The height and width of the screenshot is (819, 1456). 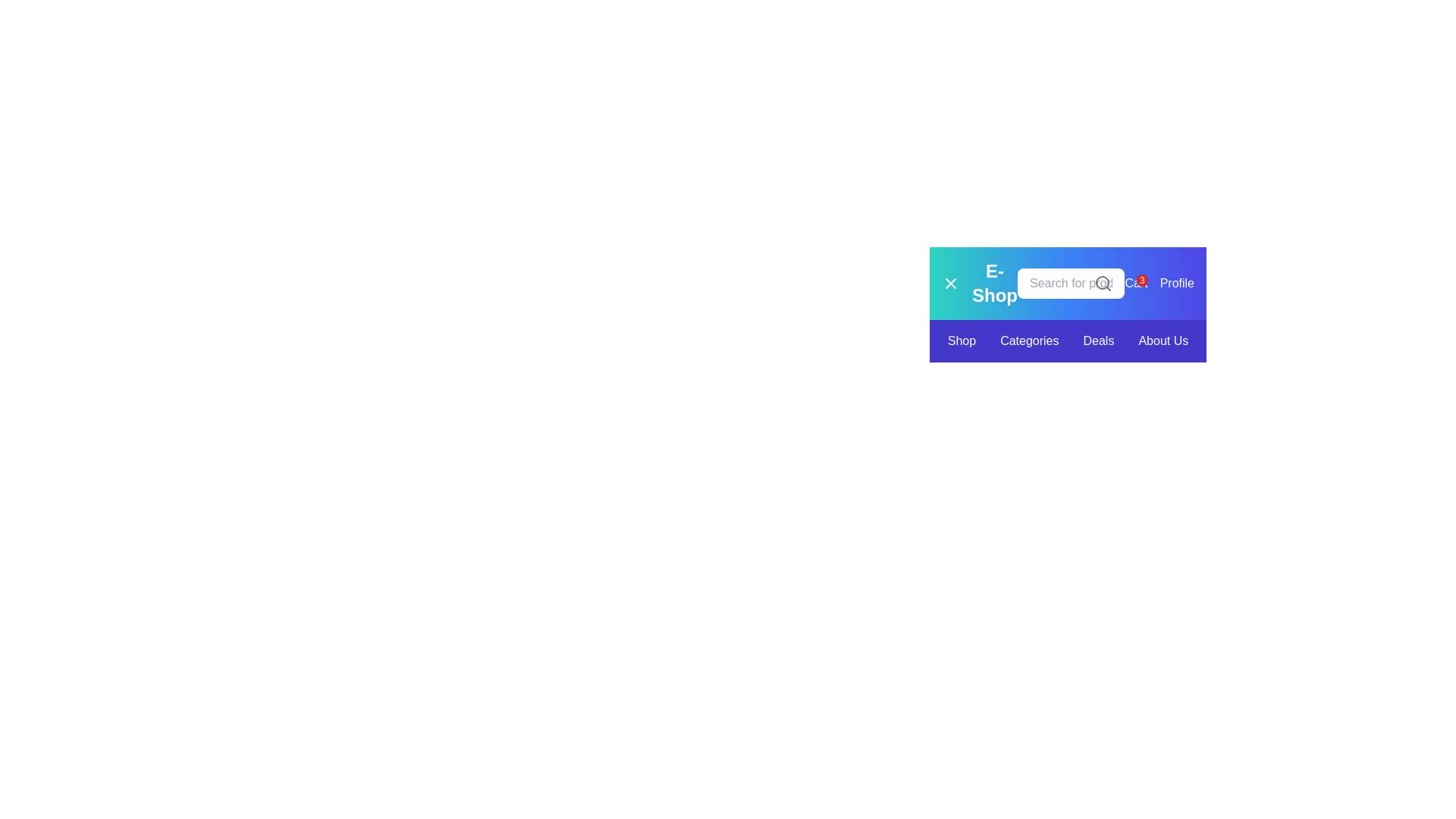 I want to click on the 'Deals' text link, which is styled with a white font against a blue background in the horizontal navigation menu, so click(x=1099, y=341).